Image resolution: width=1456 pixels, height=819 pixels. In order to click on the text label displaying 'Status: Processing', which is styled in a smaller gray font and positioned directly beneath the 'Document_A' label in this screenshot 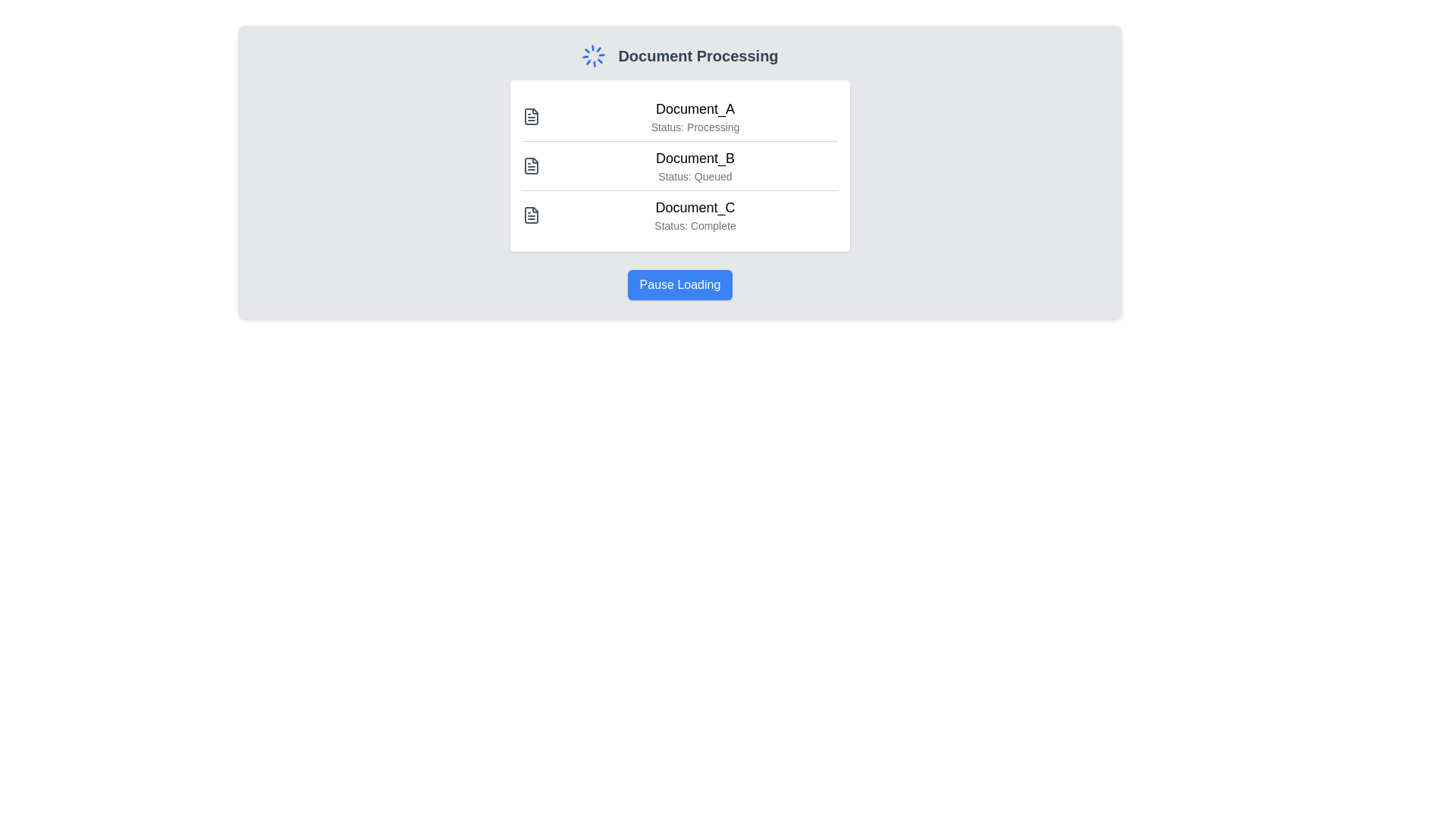, I will do `click(694, 127)`.